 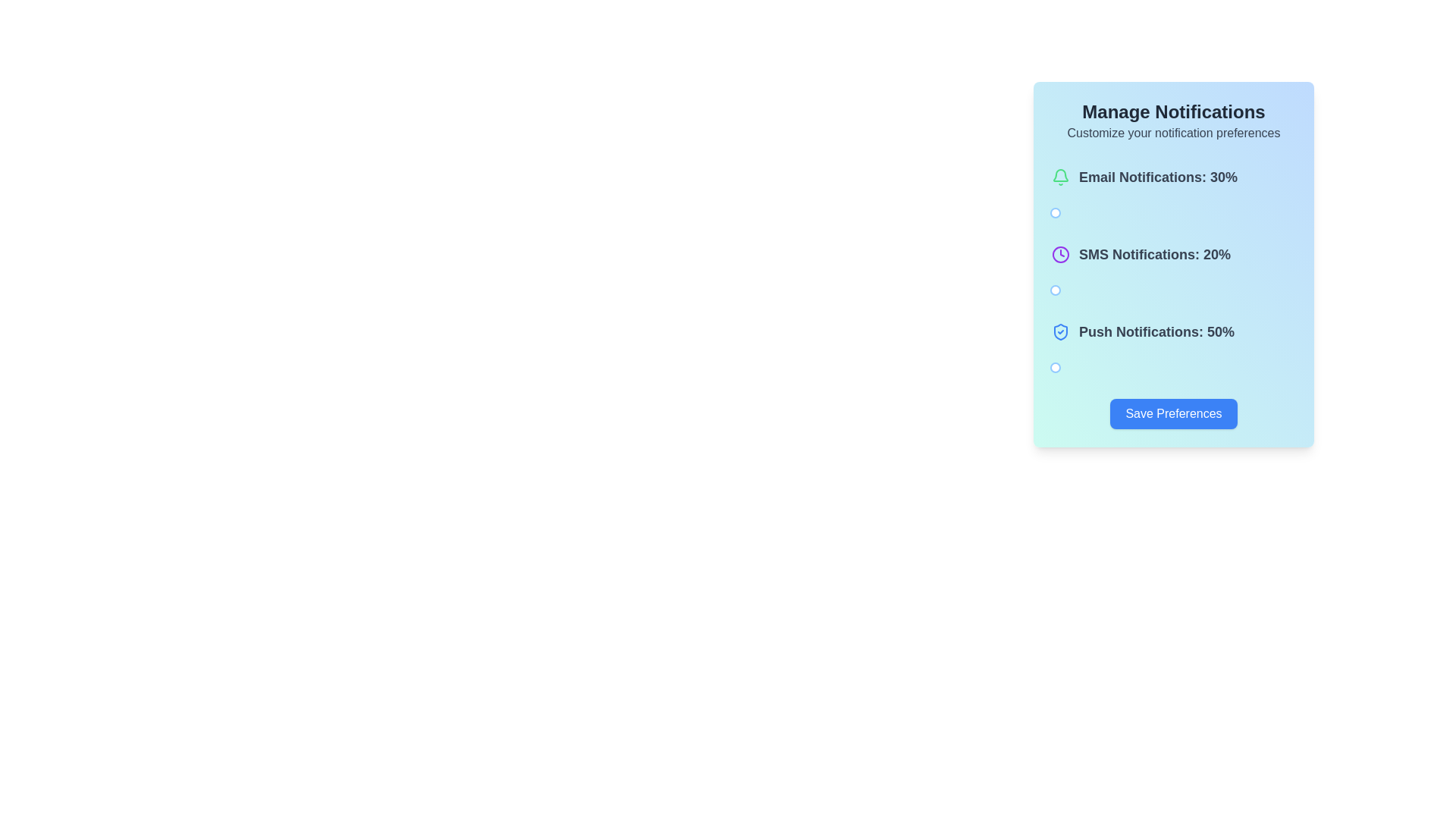 What do you see at coordinates (1059, 177) in the screenshot?
I see `the SVG Icon representing 'Email Notifications'` at bounding box center [1059, 177].